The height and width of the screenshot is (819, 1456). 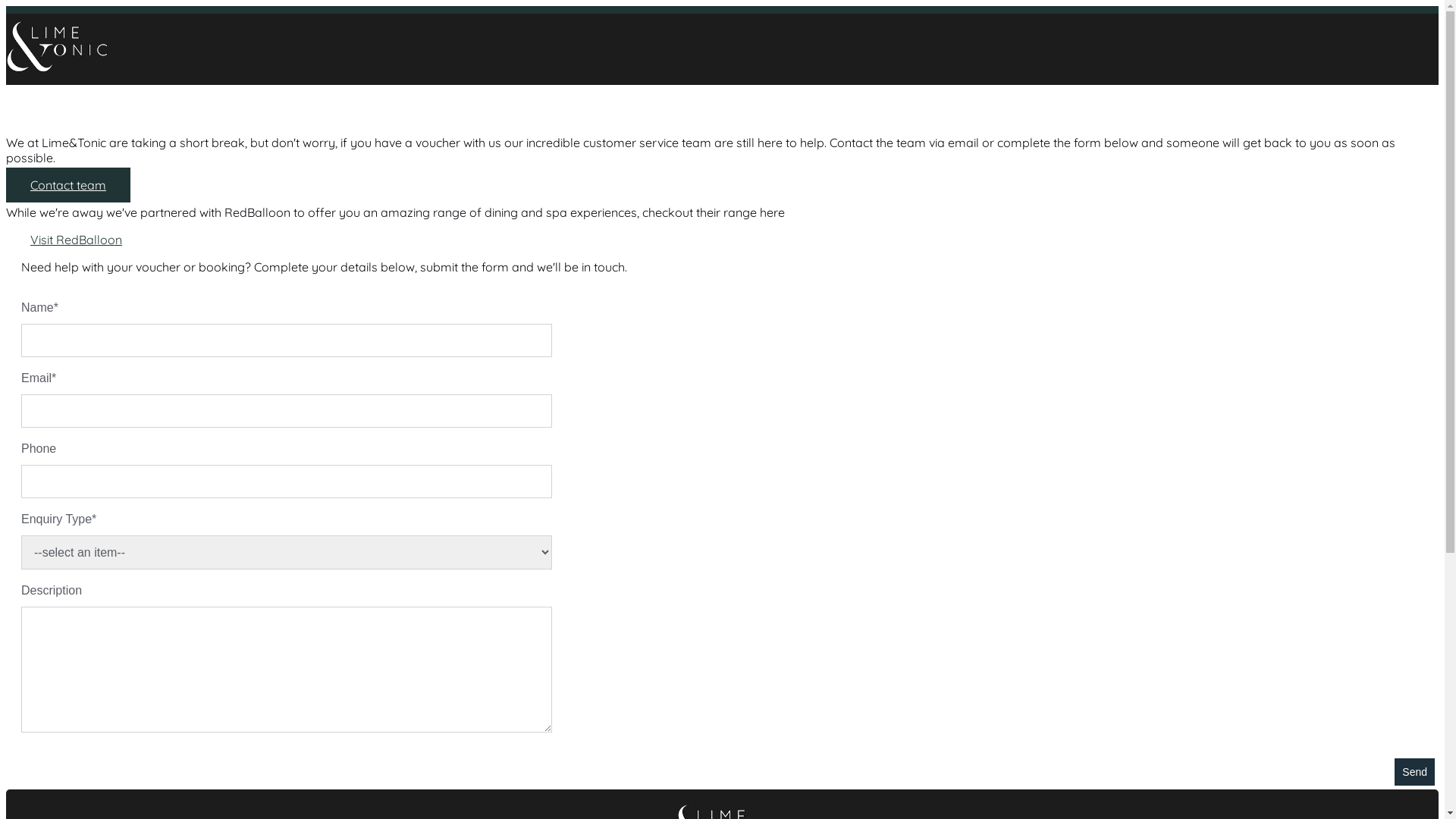 What do you see at coordinates (67, 184) in the screenshot?
I see `'Contact team'` at bounding box center [67, 184].